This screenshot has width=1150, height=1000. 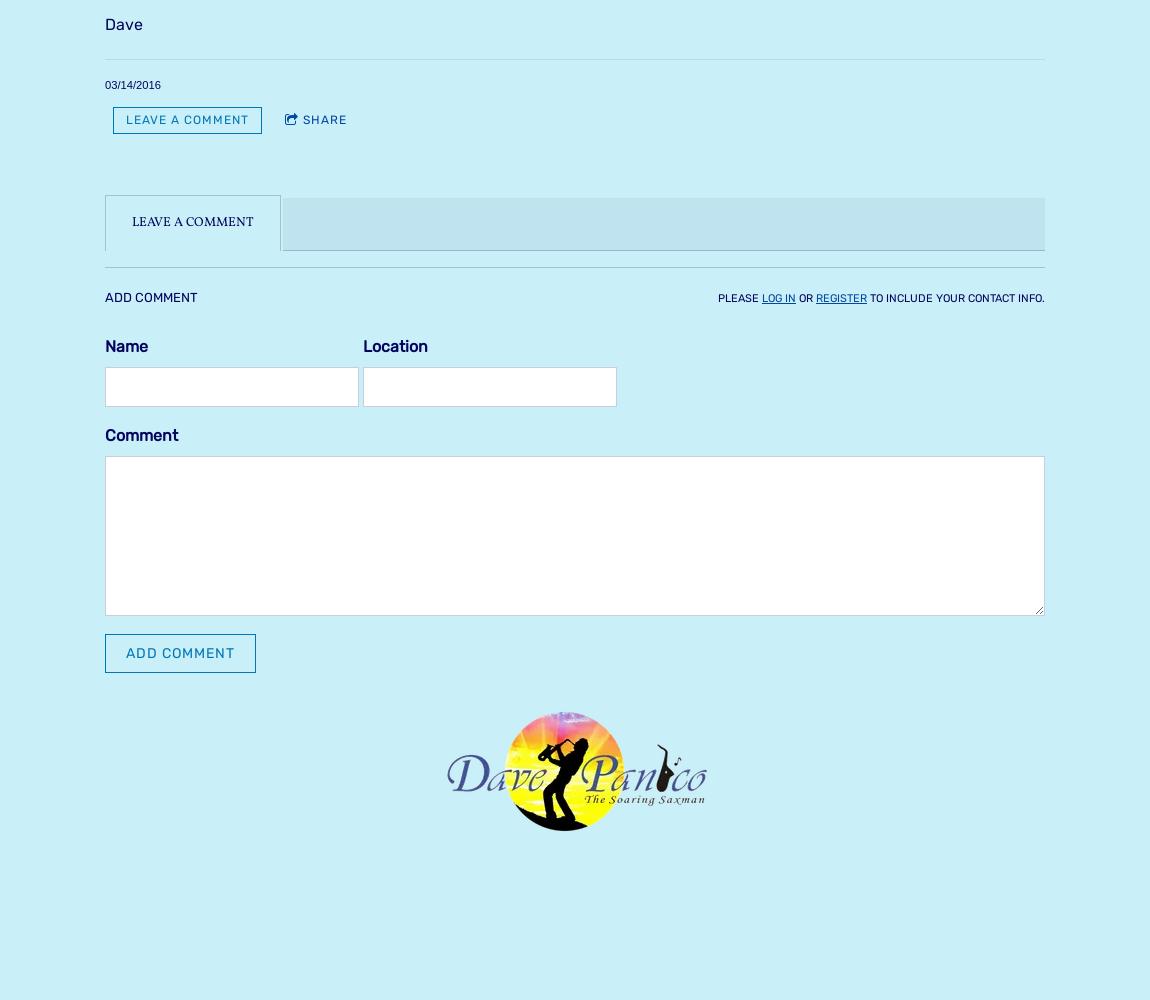 What do you see at coordinates (778, 297) in the screenshot?
I see `'log in'` at bounding box center [778, 297].